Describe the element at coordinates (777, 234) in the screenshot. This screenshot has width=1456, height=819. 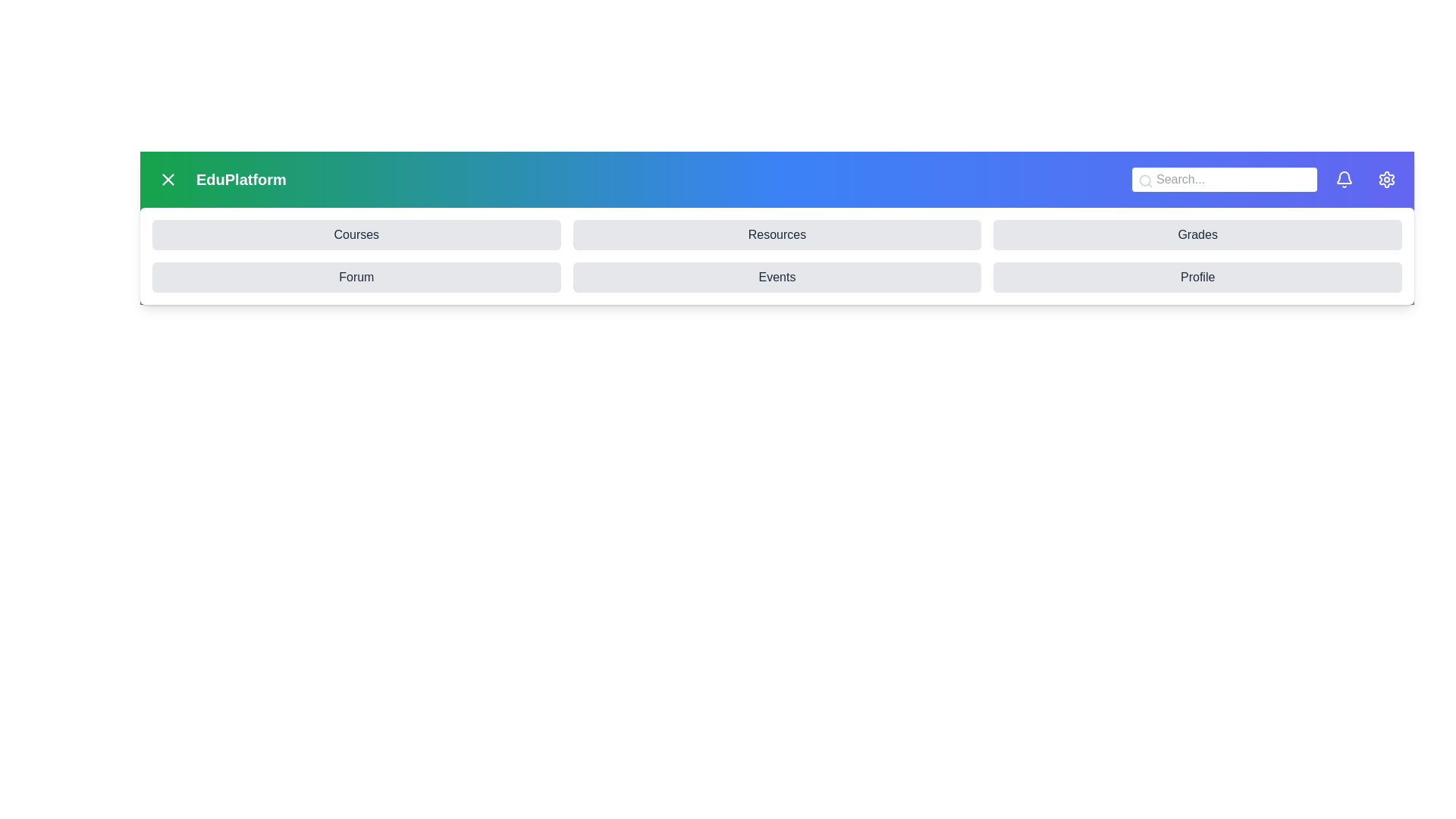
I see `the menu item Resources from the navigation menu` at that location.